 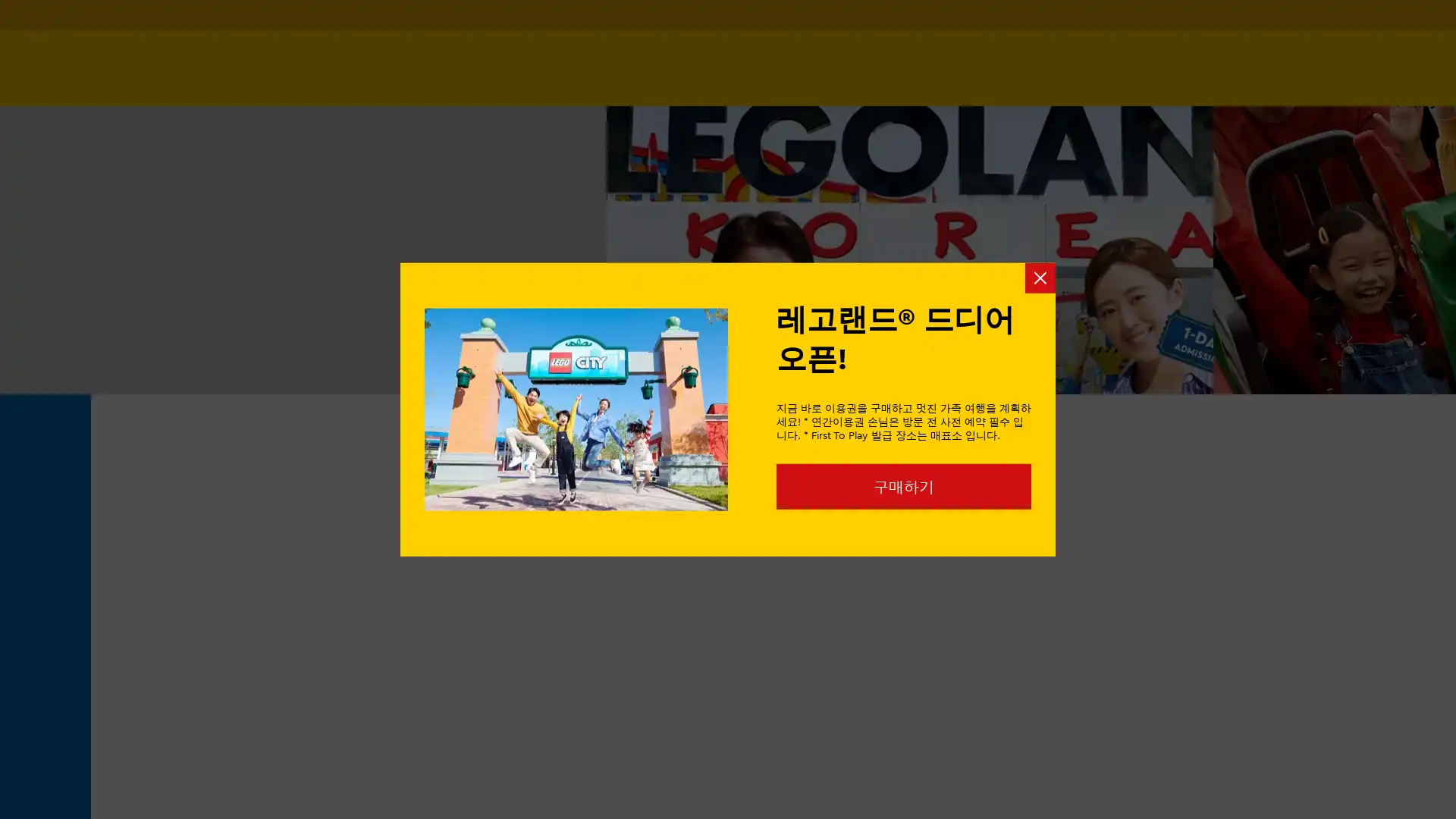 What do you see at coordinates (736, 587) in the screenshot?
I see `Go to slide 3` at bounding box center [736, 587].